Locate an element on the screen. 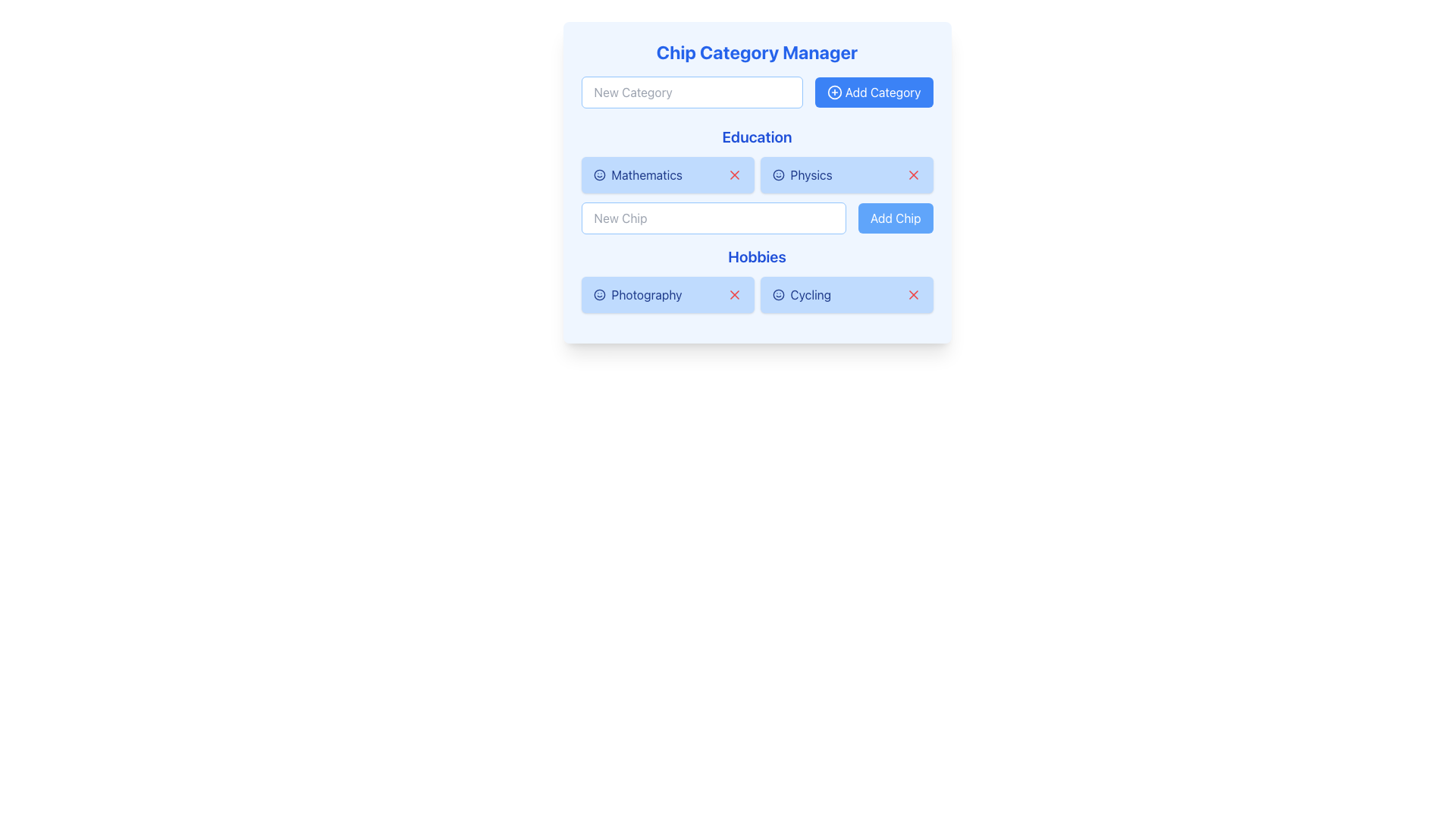 Image resolution: width=1456 pixels, height=819 pixels. the 'Add Chip' button, which has a blue background and white text, located to the right of the 'New Chip' input field in the 'Education' section is located at coordinates (896, 218).